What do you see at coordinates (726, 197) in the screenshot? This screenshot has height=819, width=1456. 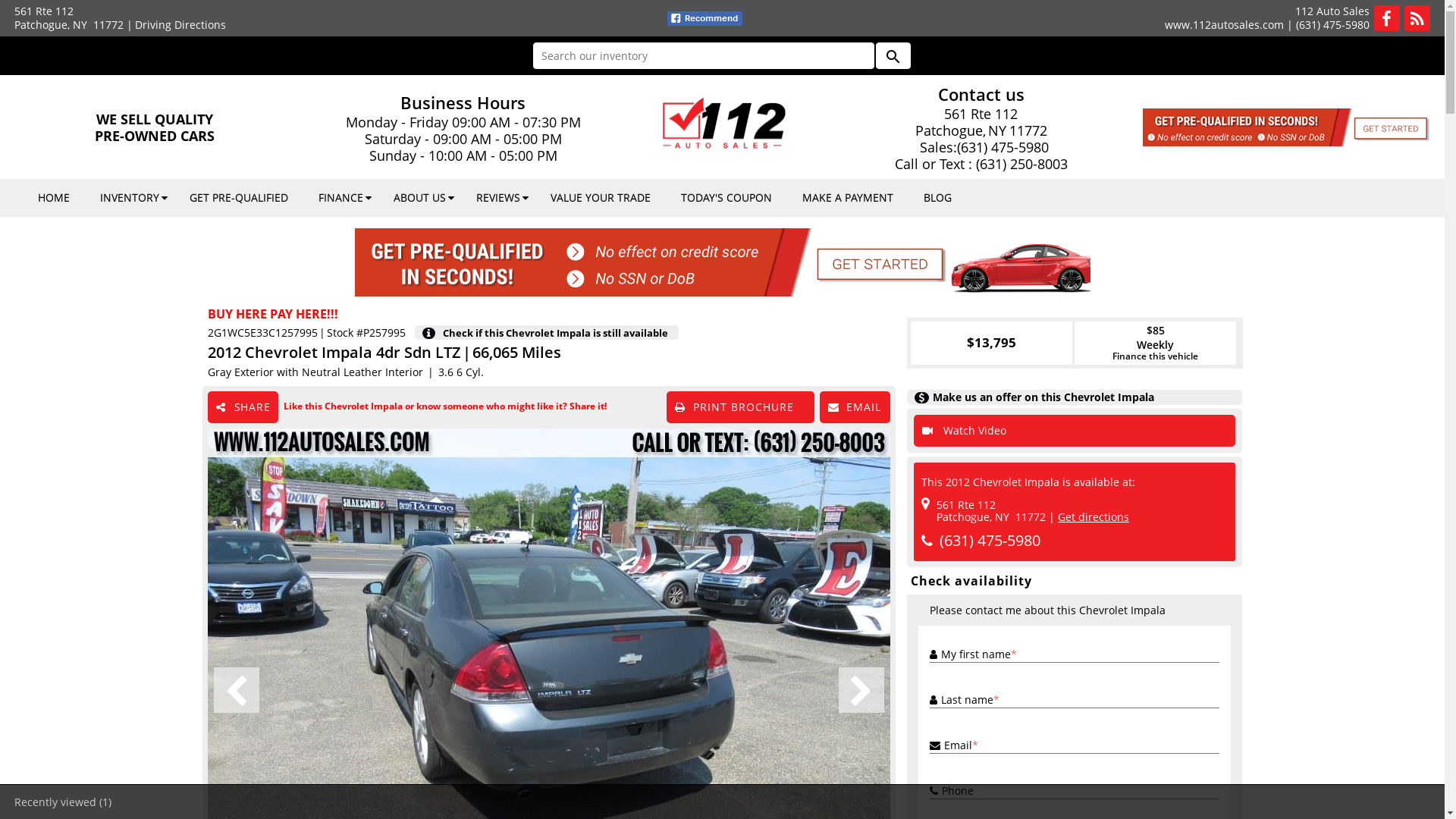 I see `'TODAY'S COUPON'` at bounding box center [726, 197].